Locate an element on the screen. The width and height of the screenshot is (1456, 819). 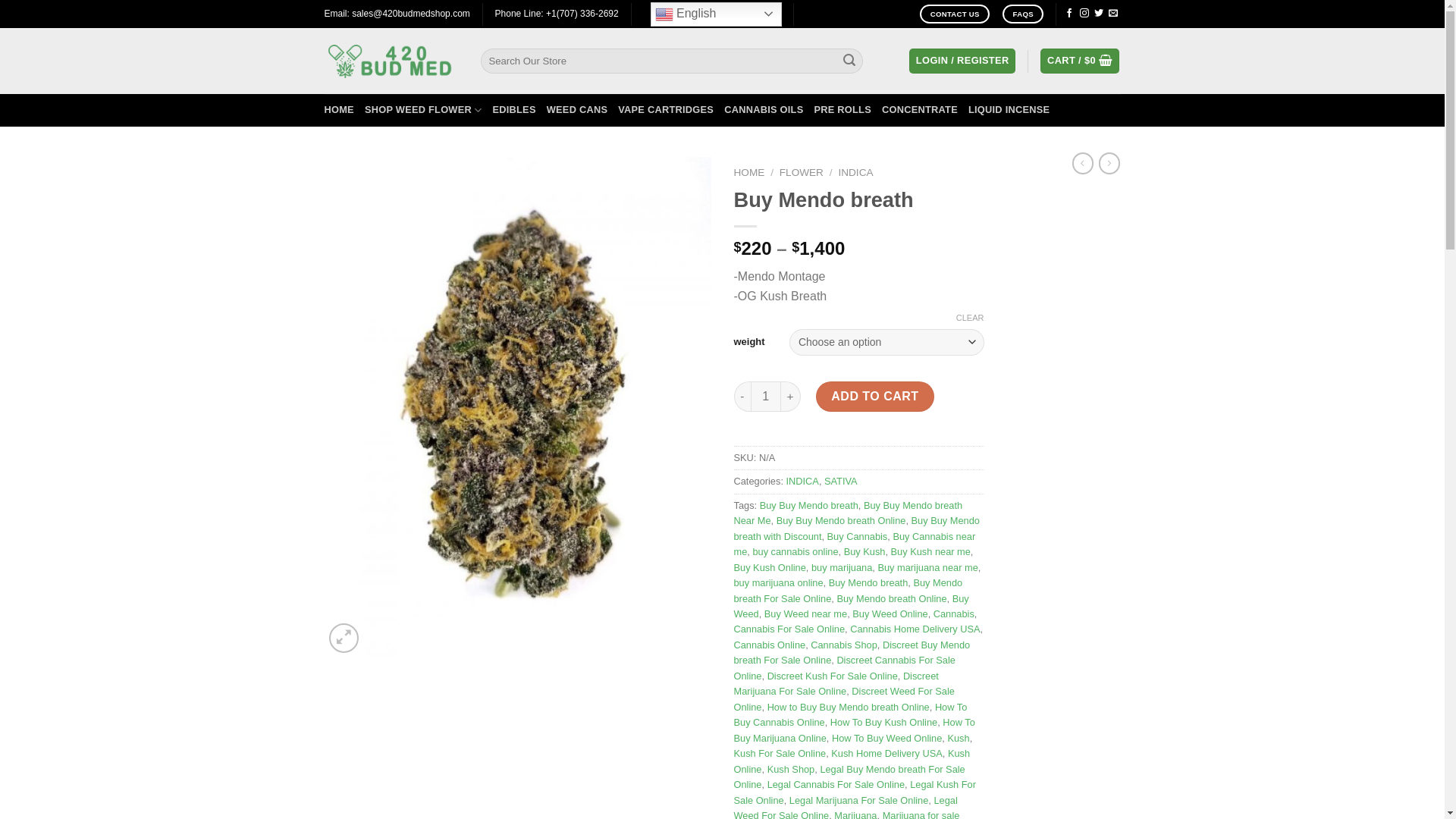
'Buy Buy Mendo breath Online' is located at coordinates (776, 519).